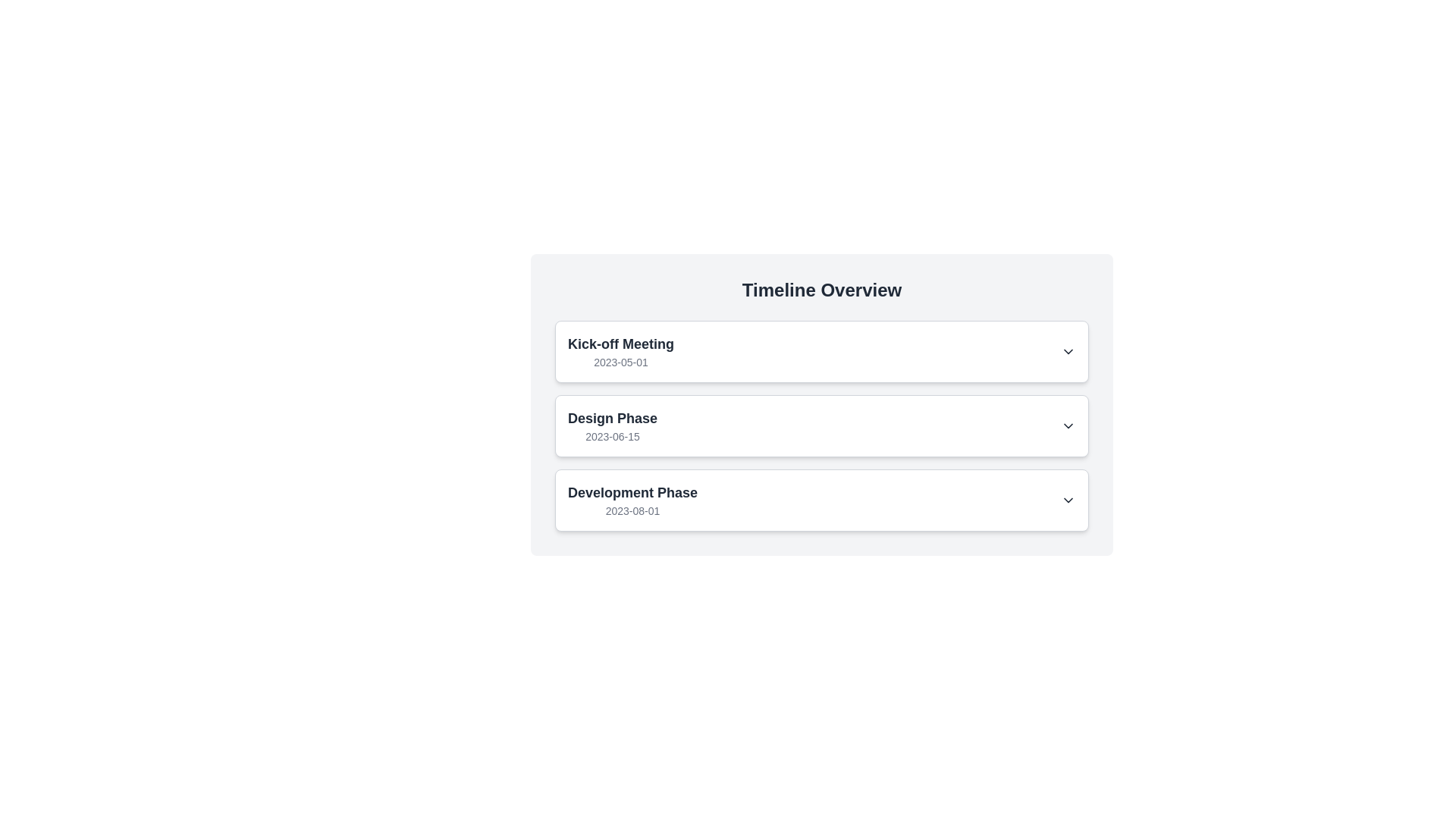  I want to click on the static label displaying the date '2023-05-01', which is positioned below the 'Kick-off Meeting' text within the card layout, so click(621, 362).